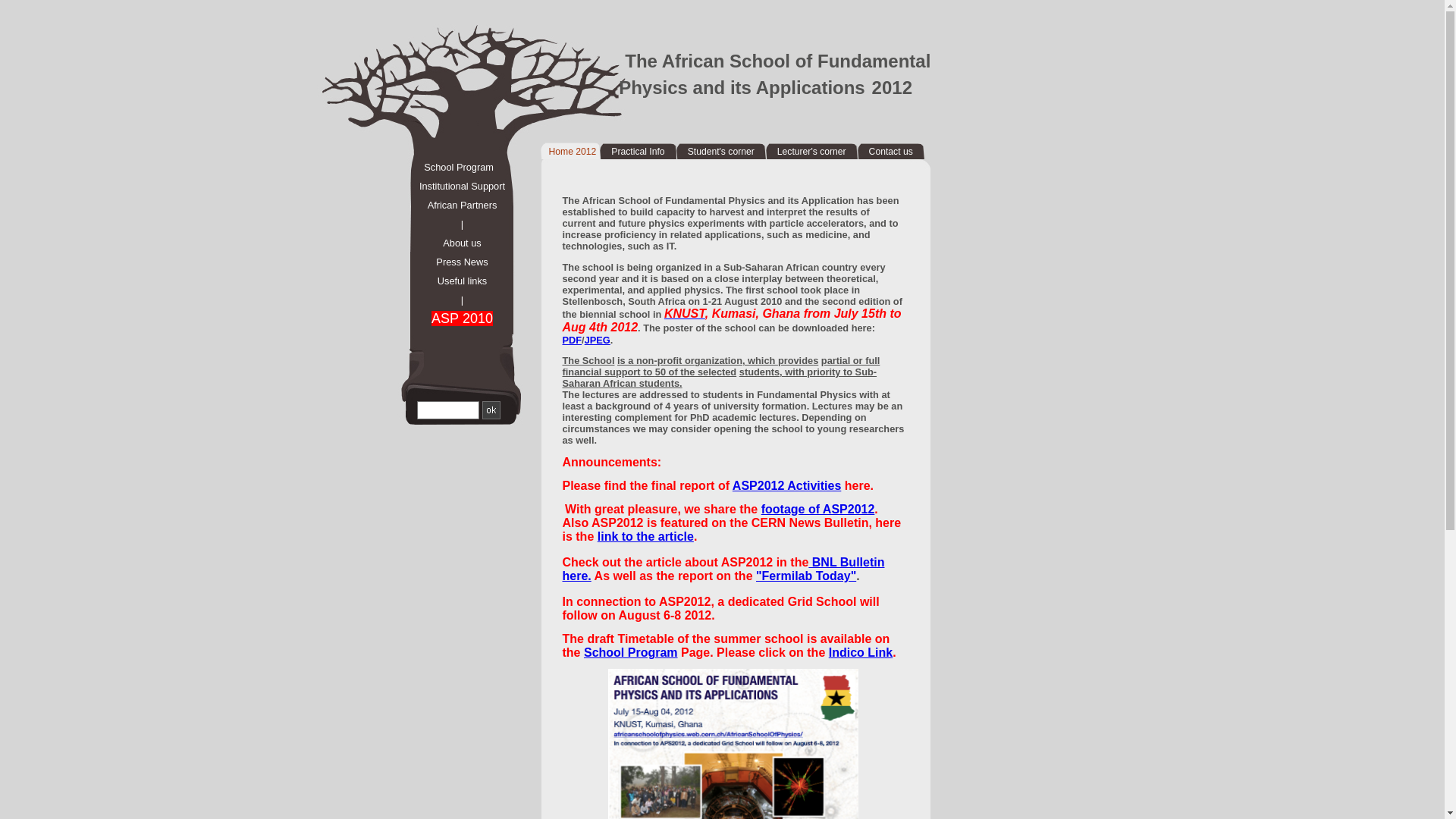 The image size is (1456, 819). What do you see at coordinates (453, 281) in the screenshot?
I see `'Useful links'` at bounding box center [453, 281].